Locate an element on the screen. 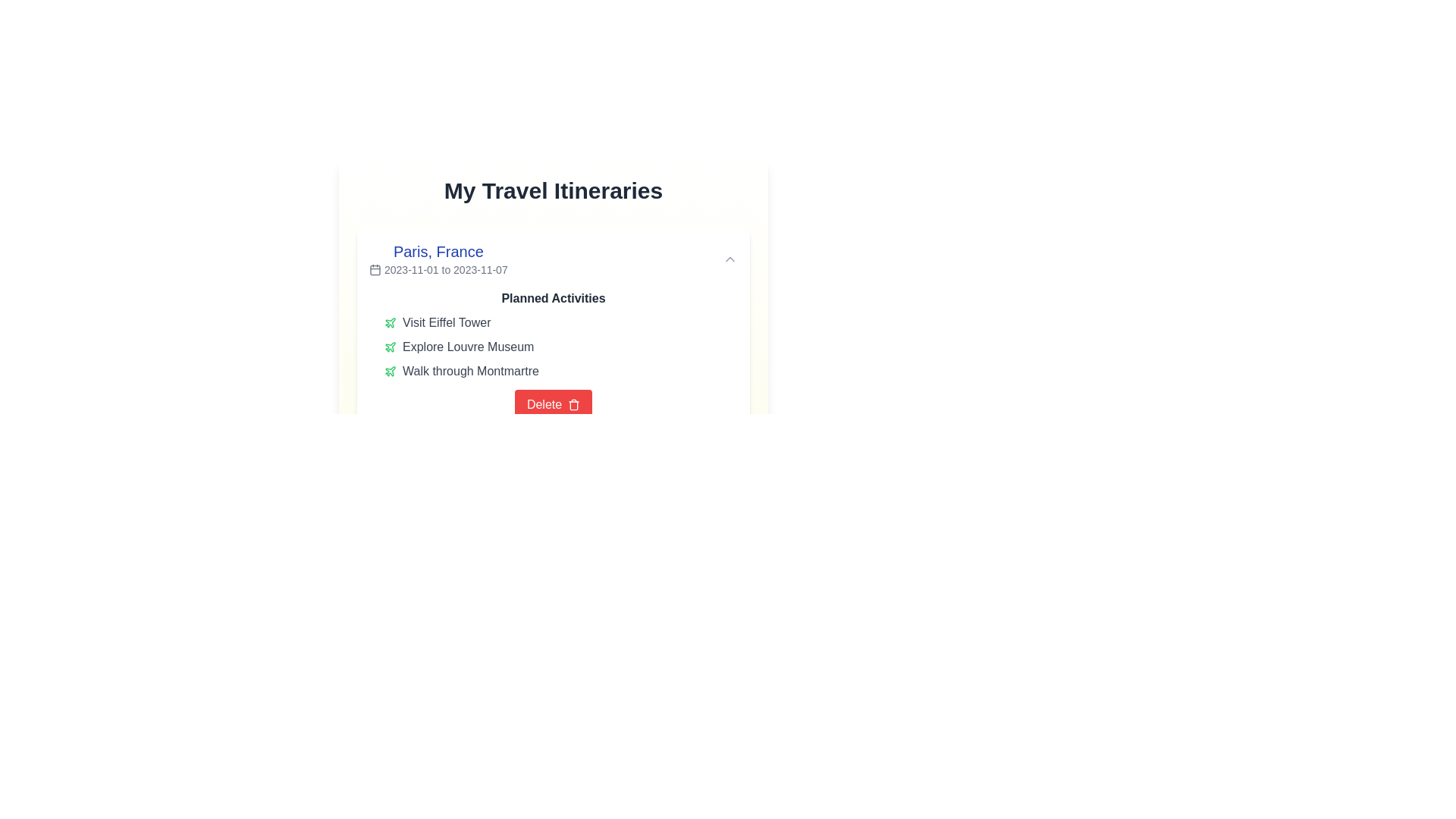  the calendar icon located to the left of the date range string '2023-11-01 to 2023-11-07' is located at coordinates (375, 268).